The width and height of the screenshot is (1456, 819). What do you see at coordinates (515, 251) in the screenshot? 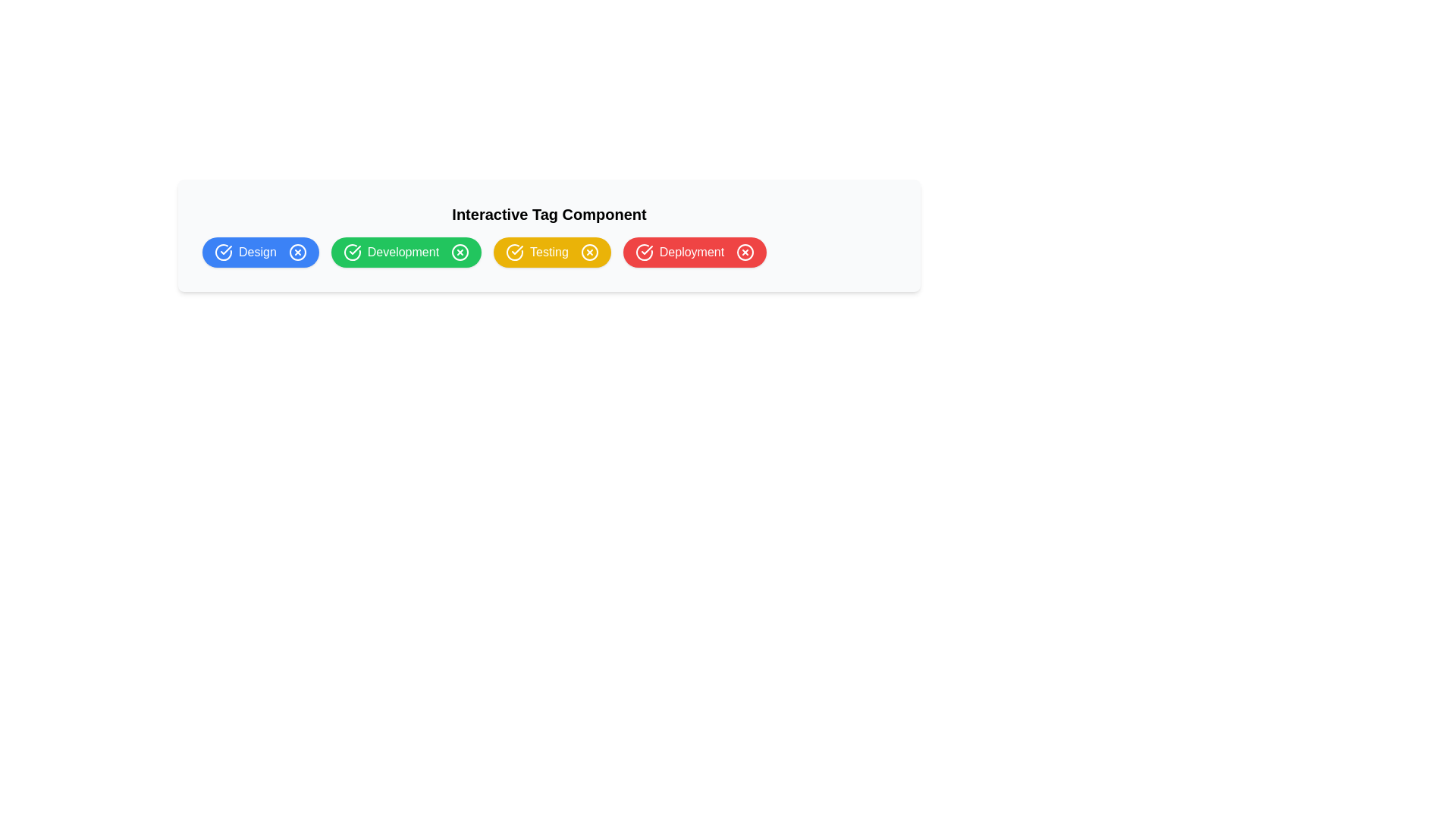
I see `the leftmost icon within the yellow 'Testing' tag` at bounding box center [515, 251].